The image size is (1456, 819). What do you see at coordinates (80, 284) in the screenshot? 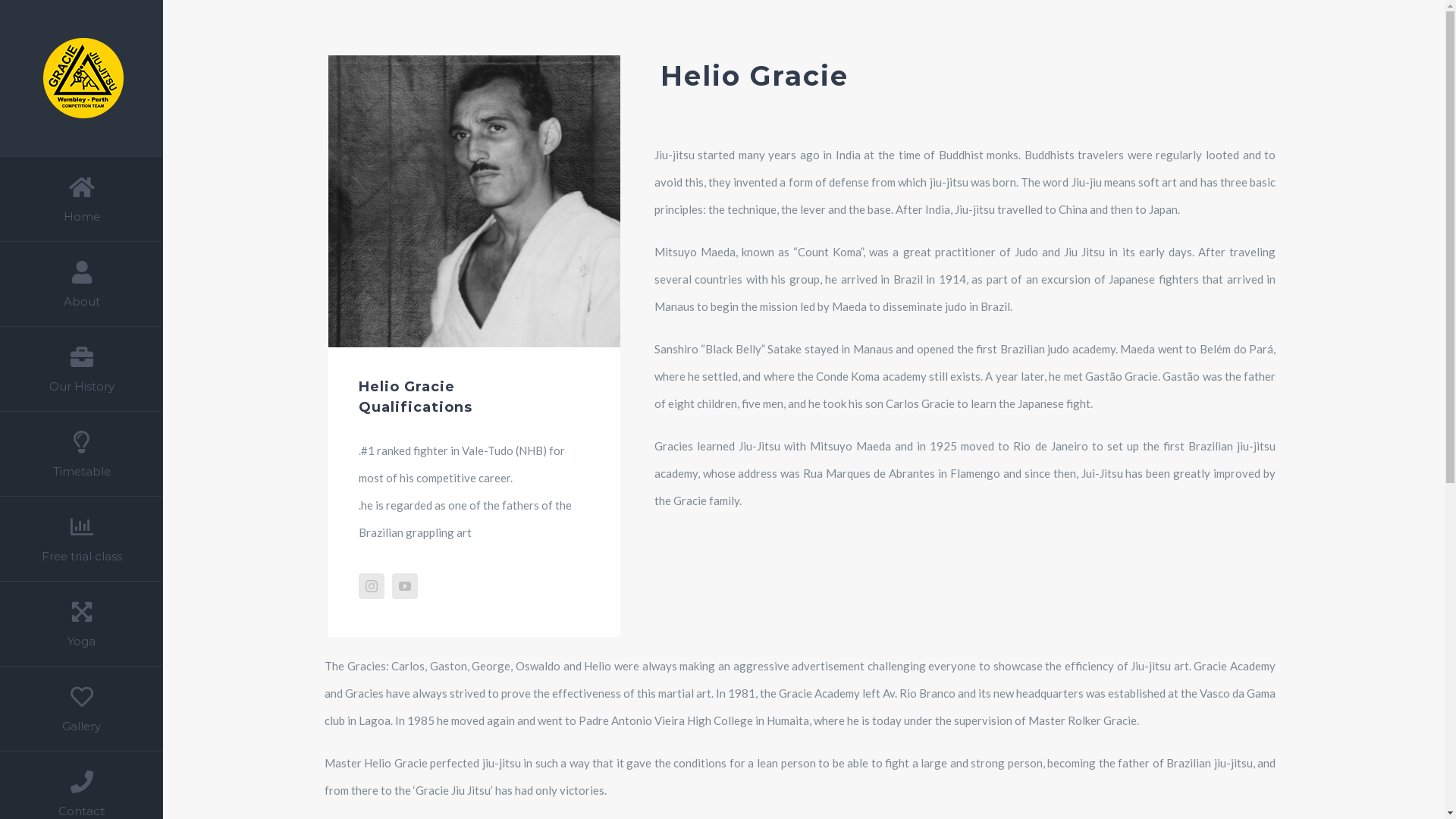
I see `'About'` at bounding box center [80, 284].